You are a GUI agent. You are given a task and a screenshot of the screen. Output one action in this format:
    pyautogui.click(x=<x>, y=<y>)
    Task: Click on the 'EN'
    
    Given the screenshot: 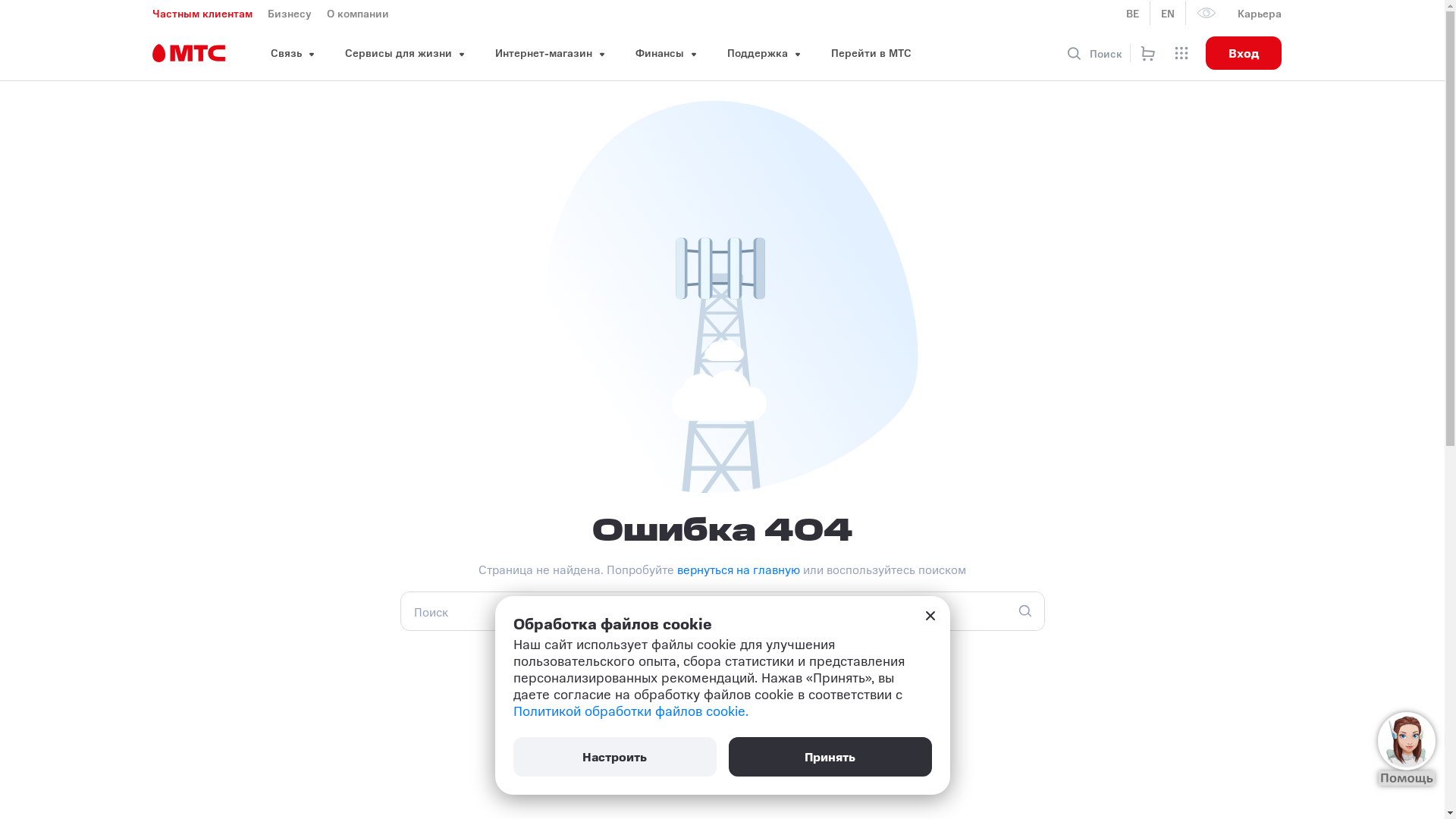 What is the action you would take?
    pyautogui.click(x=1167, y=12)
    